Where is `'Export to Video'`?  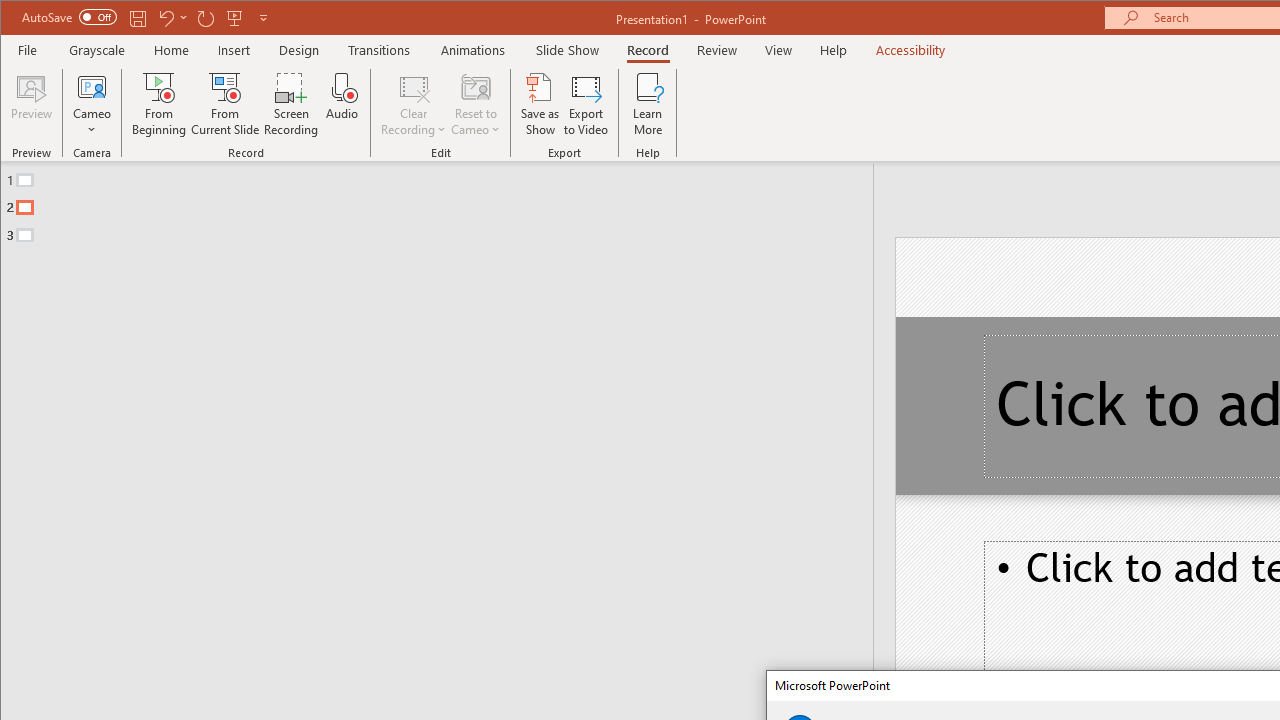
'Export to Video' is located at coordinates (585, 104).